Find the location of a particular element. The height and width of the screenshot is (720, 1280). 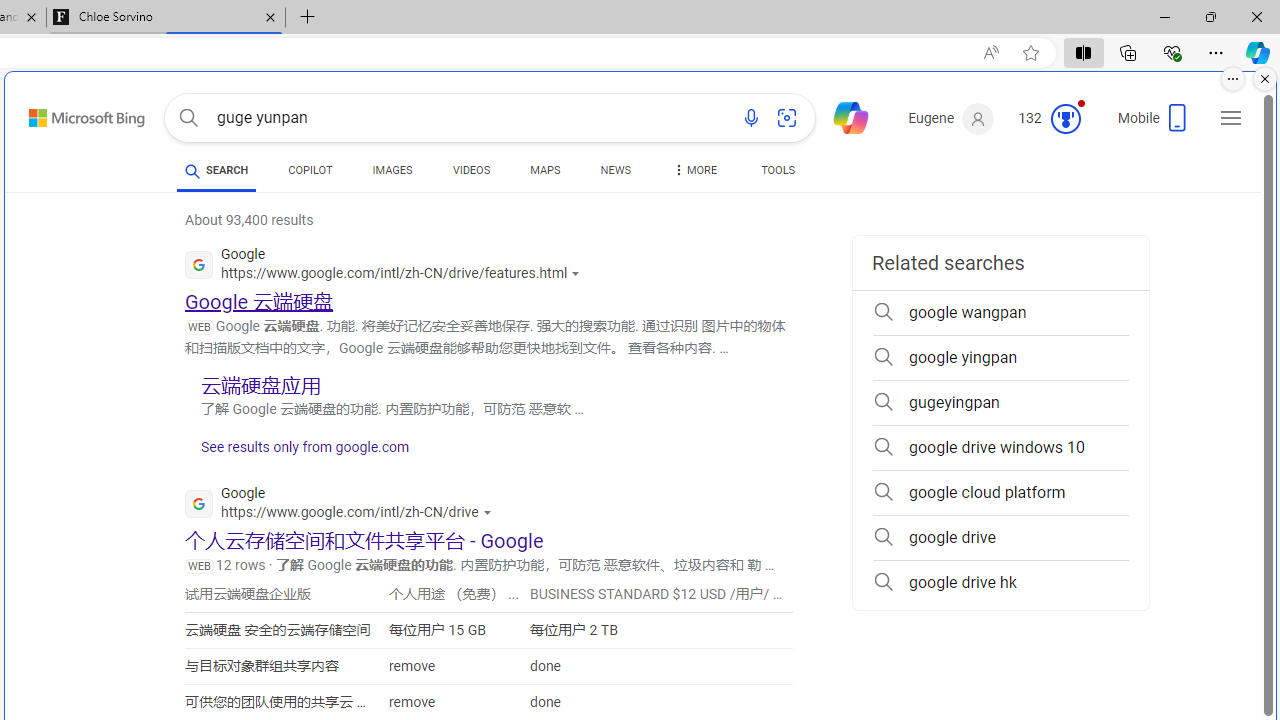

'Back to Bing search' is located at coordinates (74, 114).